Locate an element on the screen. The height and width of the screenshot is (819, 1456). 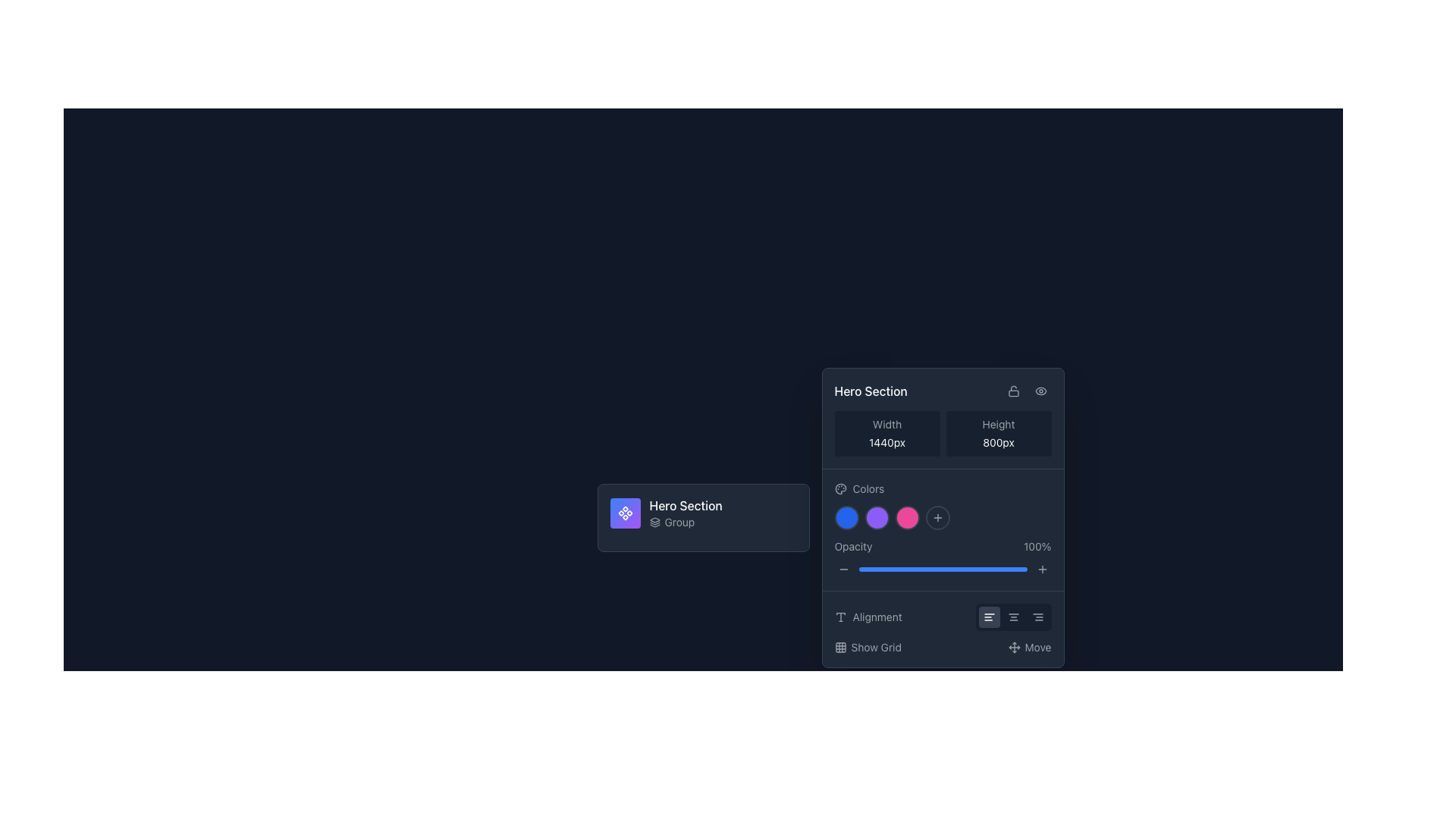
the open lock icon located at the top-right corner of the configuration panel titled 'Hero Section' is located at coordinates (1013, 391).